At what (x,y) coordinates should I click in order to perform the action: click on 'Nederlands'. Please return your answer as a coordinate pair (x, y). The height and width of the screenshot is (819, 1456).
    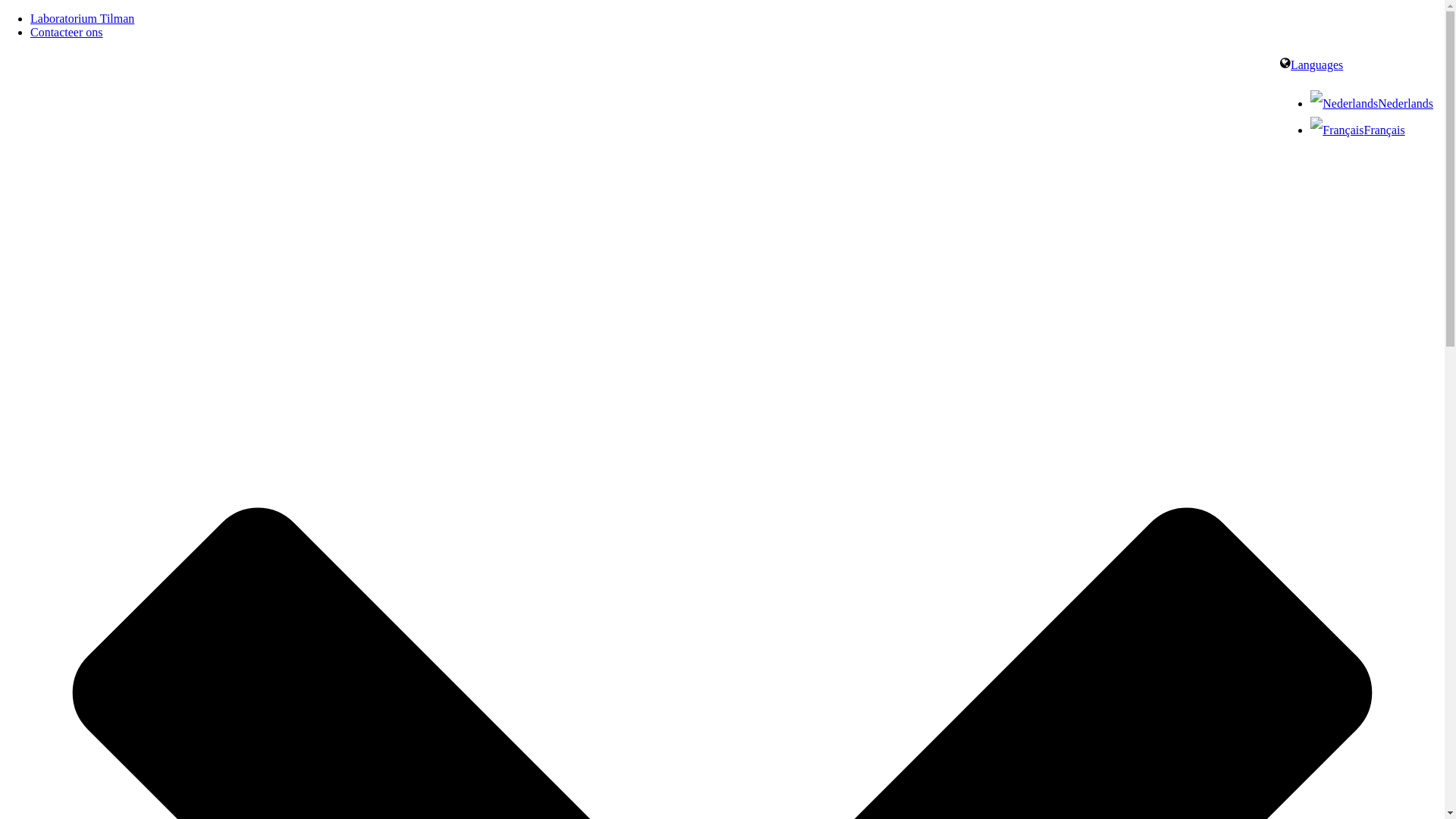
    Looking at the image, I should click on (1372, 102).